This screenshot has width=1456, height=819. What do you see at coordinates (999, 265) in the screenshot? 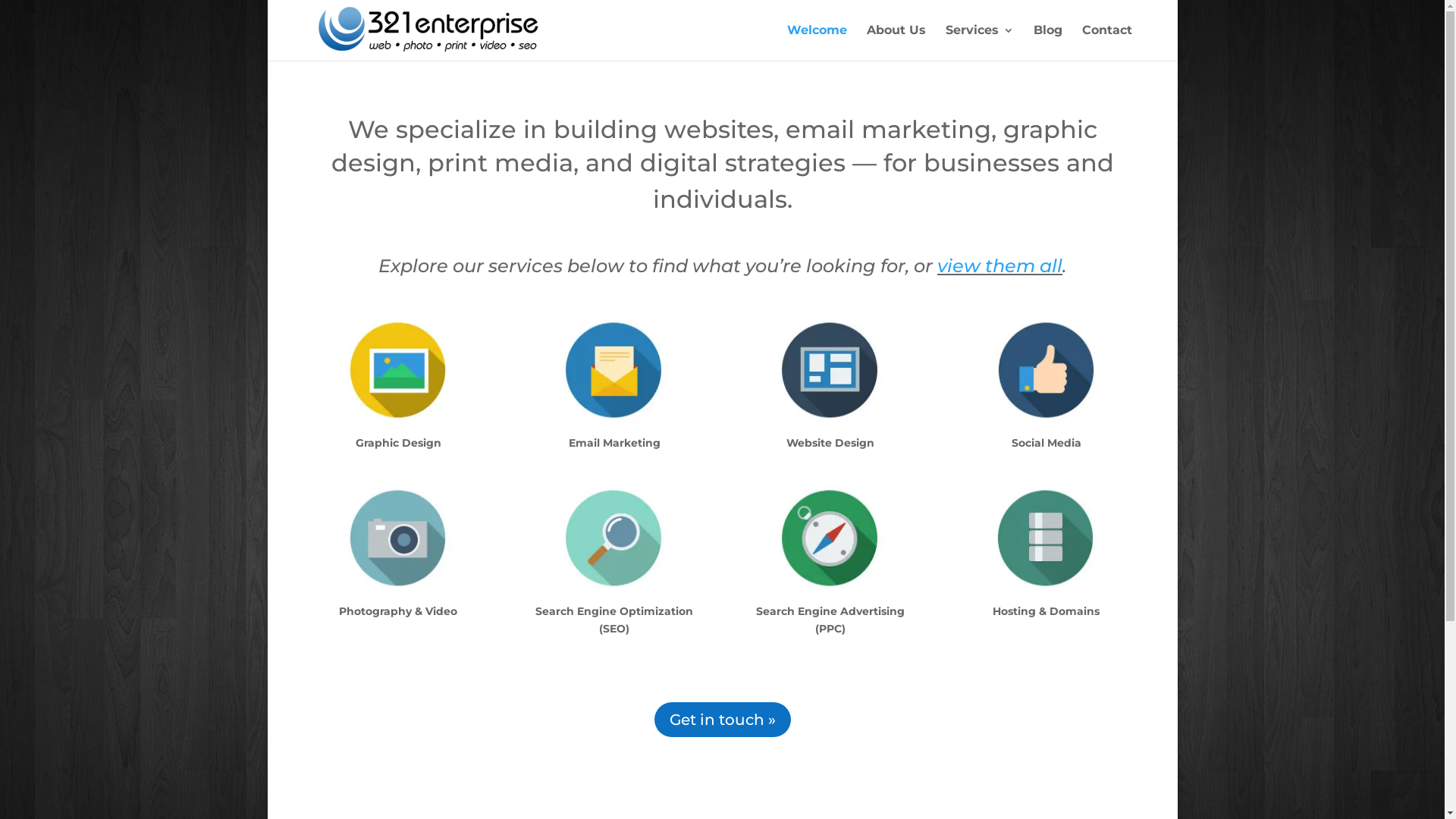
I see `'view them all'` at bounding box center [999, 265].